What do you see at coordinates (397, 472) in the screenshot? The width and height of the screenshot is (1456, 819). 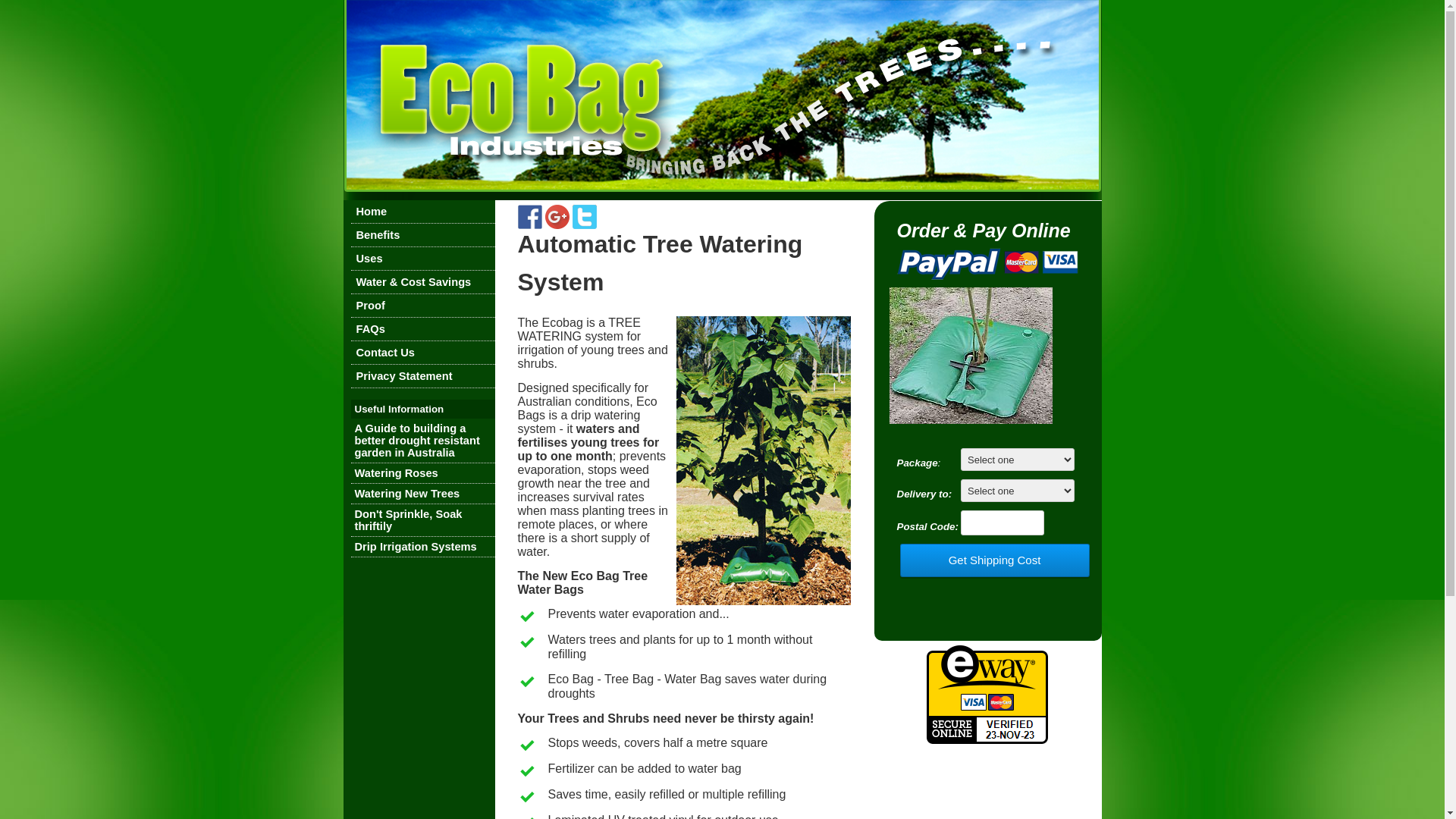 I see `'Watering Roses'` at bounding box center [397, 472].